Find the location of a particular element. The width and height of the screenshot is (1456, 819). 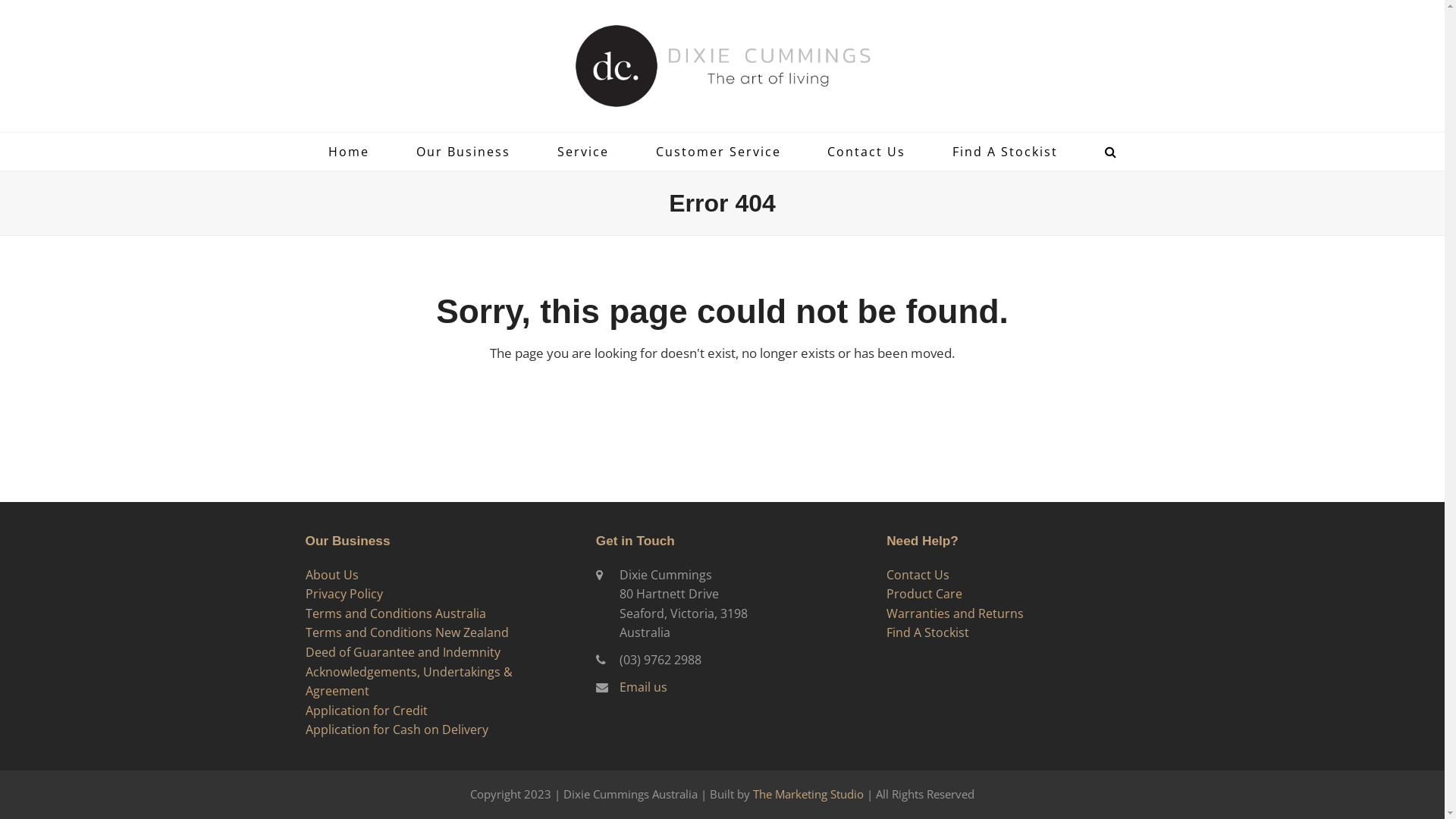

'Privacy Policy' is located at coordinates (304, 593).